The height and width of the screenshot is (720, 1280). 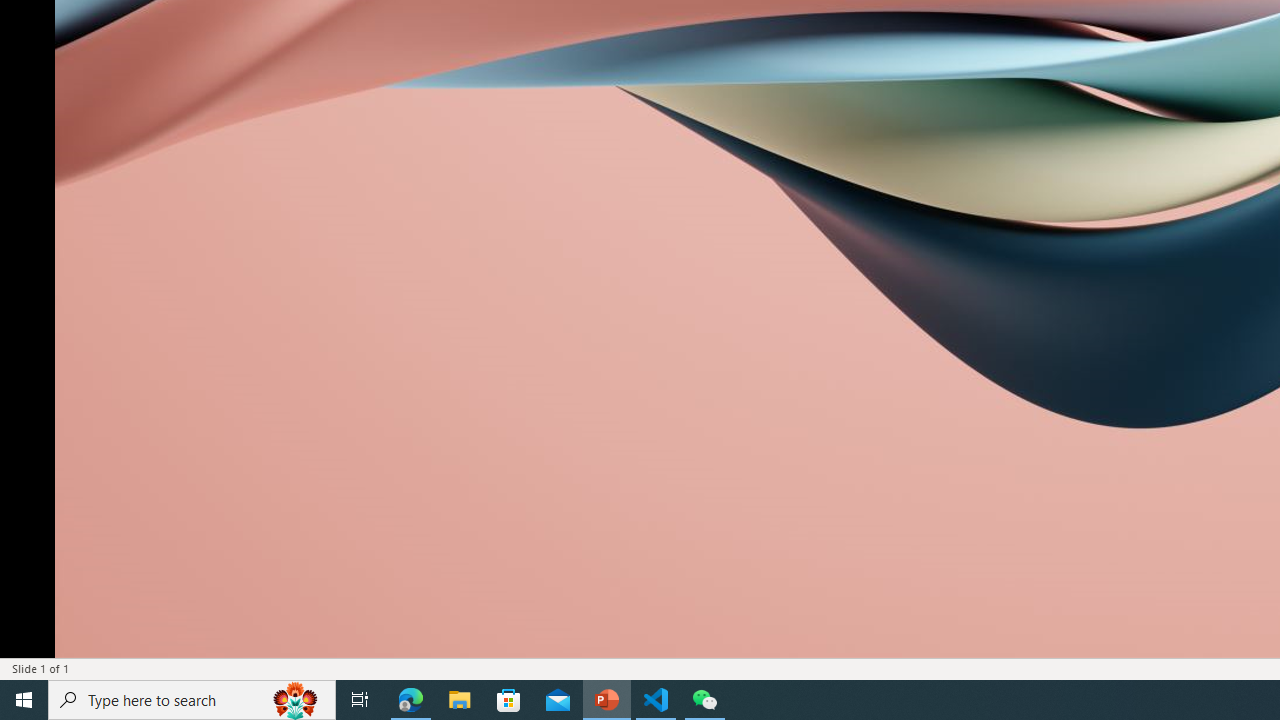 I want to click on 'Search highlights icon opens search home window', so click(x=294, y=698).